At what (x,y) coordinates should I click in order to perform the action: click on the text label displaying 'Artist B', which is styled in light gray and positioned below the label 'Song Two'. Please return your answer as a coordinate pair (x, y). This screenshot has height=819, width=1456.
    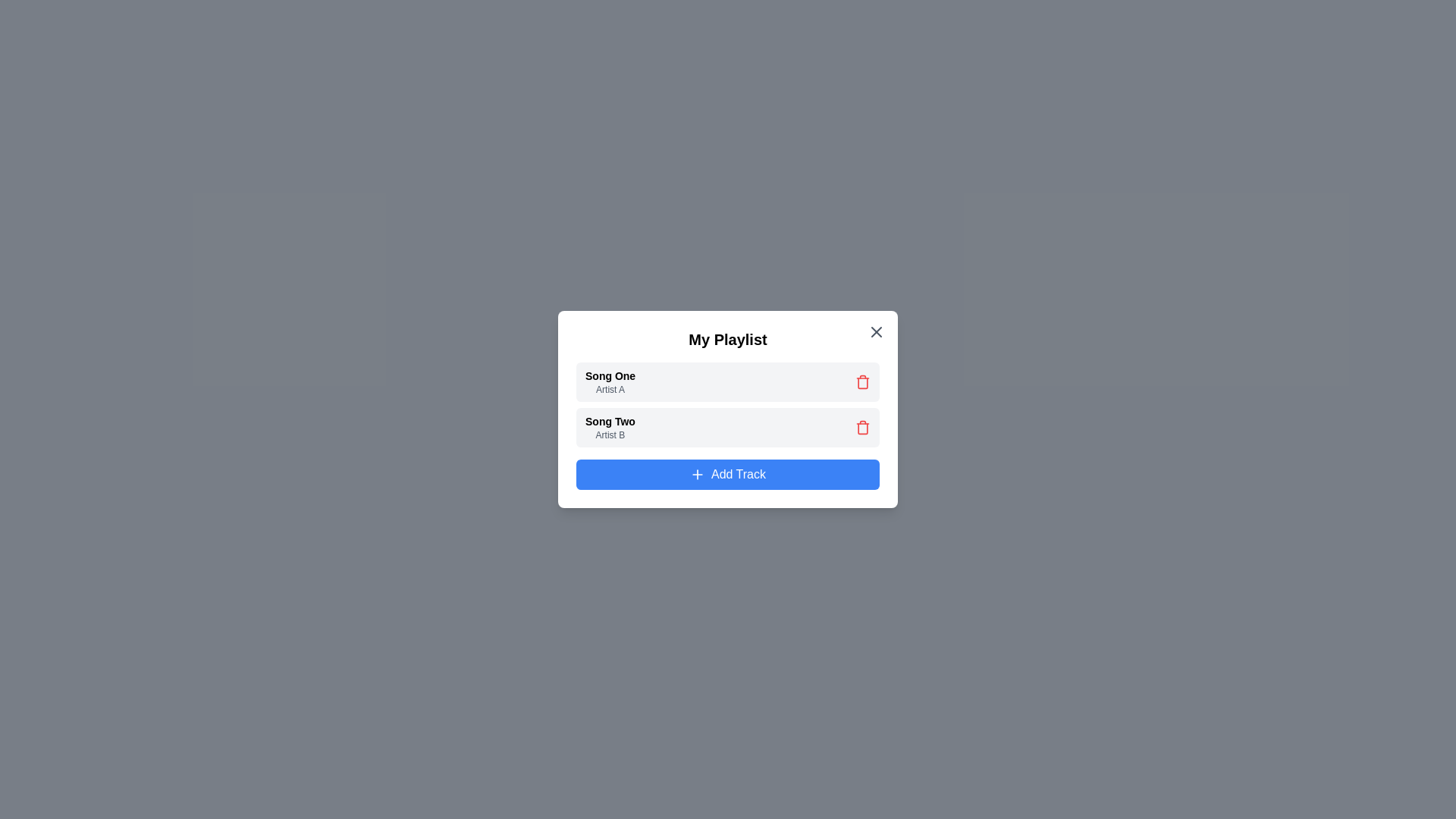
    Looking at the image, I should click on (610, 435).